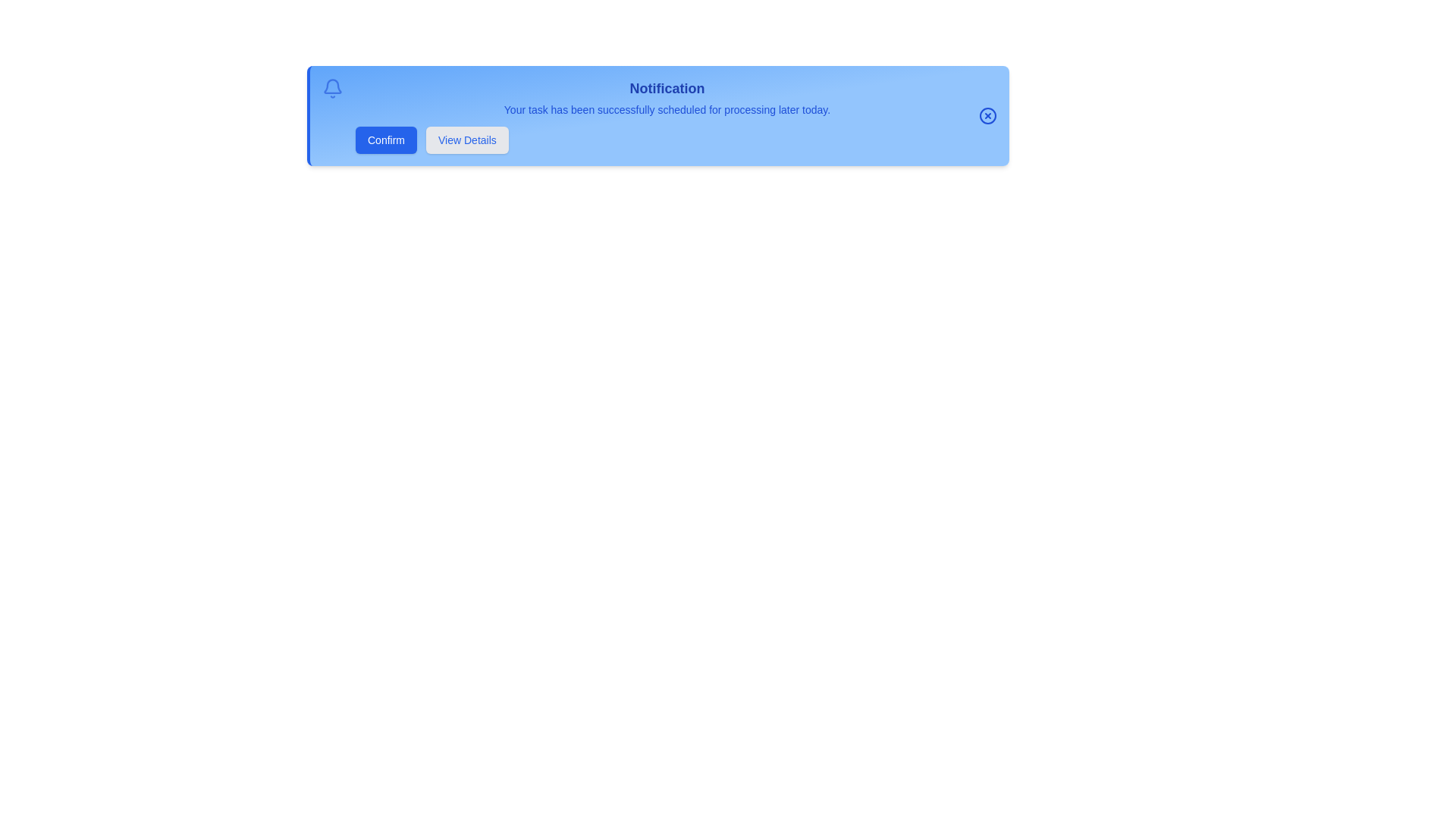  What do you see at coordinates (331, 88) in the screenshot?
I see `the animated bell icon to observe its pulsing animation` at bounding box center [331, 88].